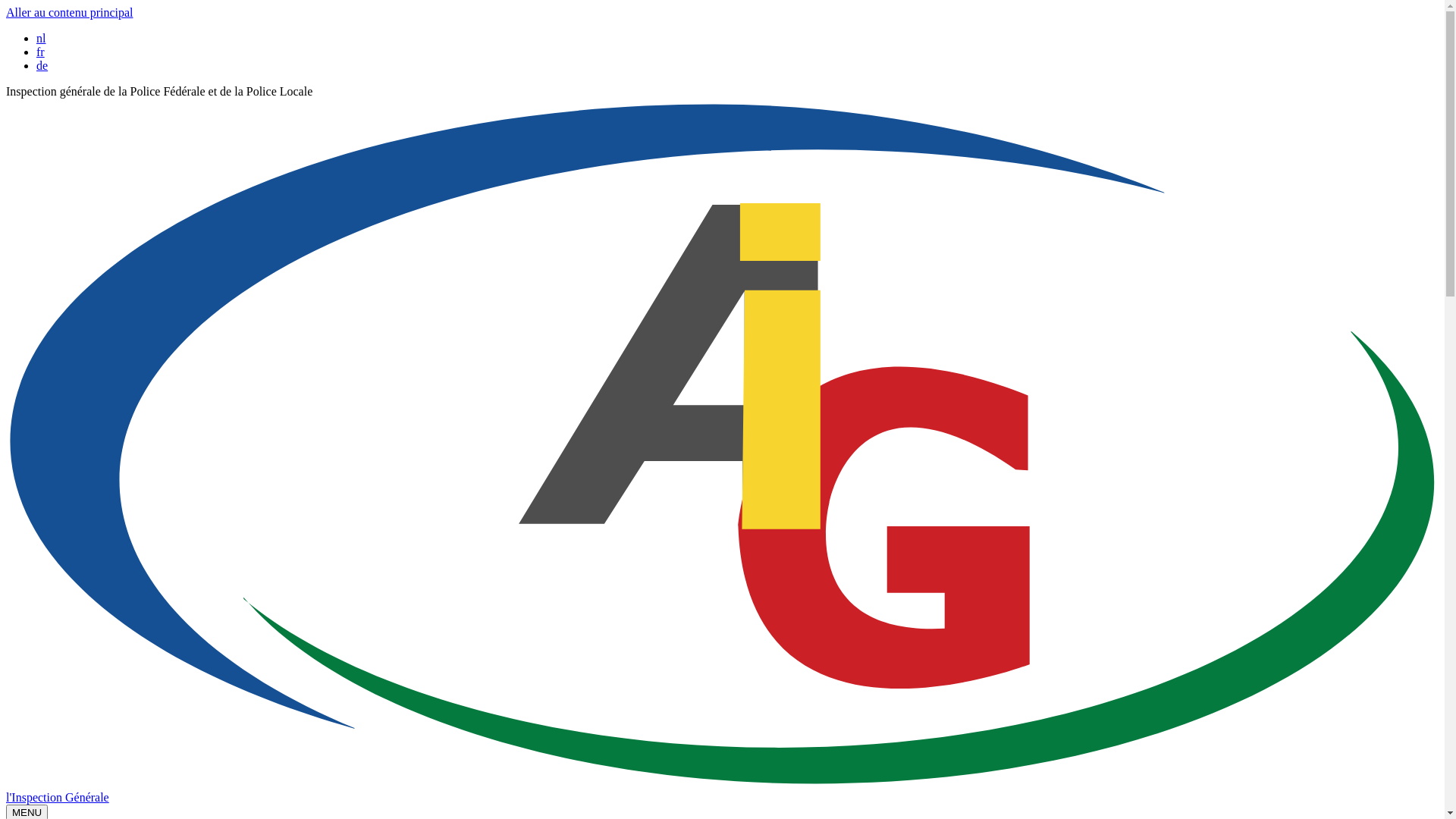  Describe the element at coordinates (42, 64) in the screenshot. I see `'de'` at that location.